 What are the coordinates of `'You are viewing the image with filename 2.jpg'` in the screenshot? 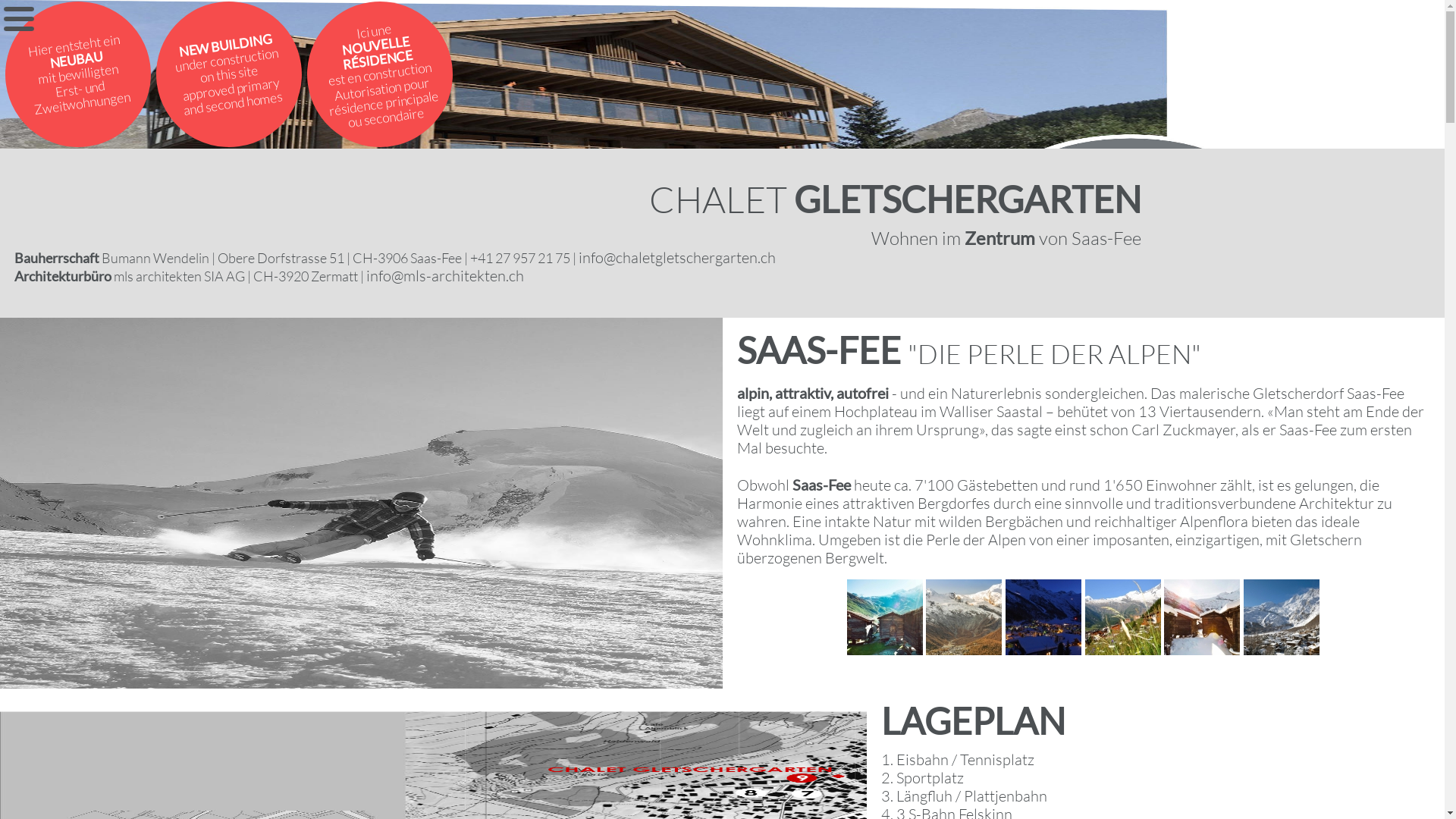 It's located at (963, 617).